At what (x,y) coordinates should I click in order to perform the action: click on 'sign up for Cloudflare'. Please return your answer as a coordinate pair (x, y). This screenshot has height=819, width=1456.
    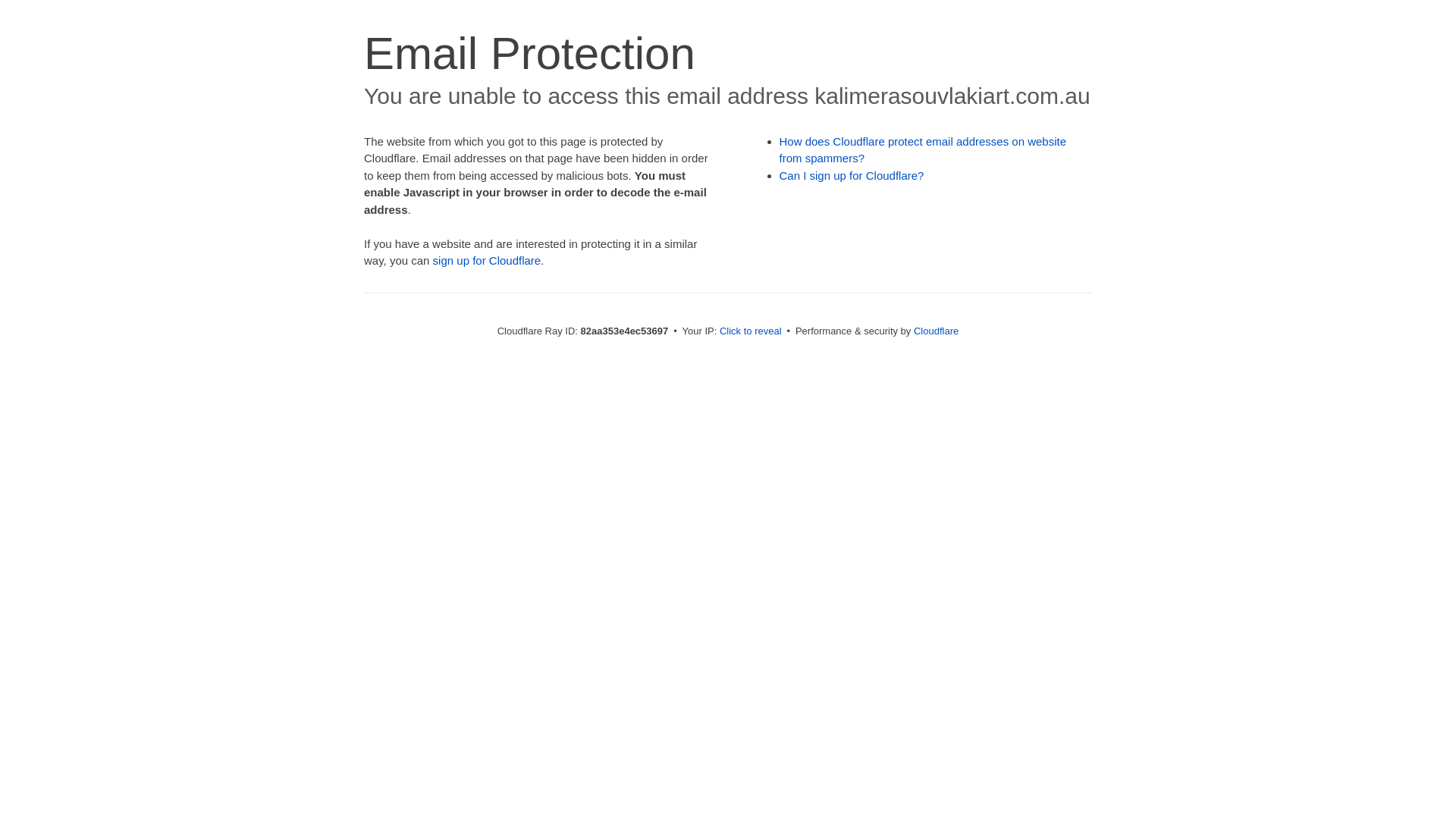
    Looking at the image, I should click on (487, 259).